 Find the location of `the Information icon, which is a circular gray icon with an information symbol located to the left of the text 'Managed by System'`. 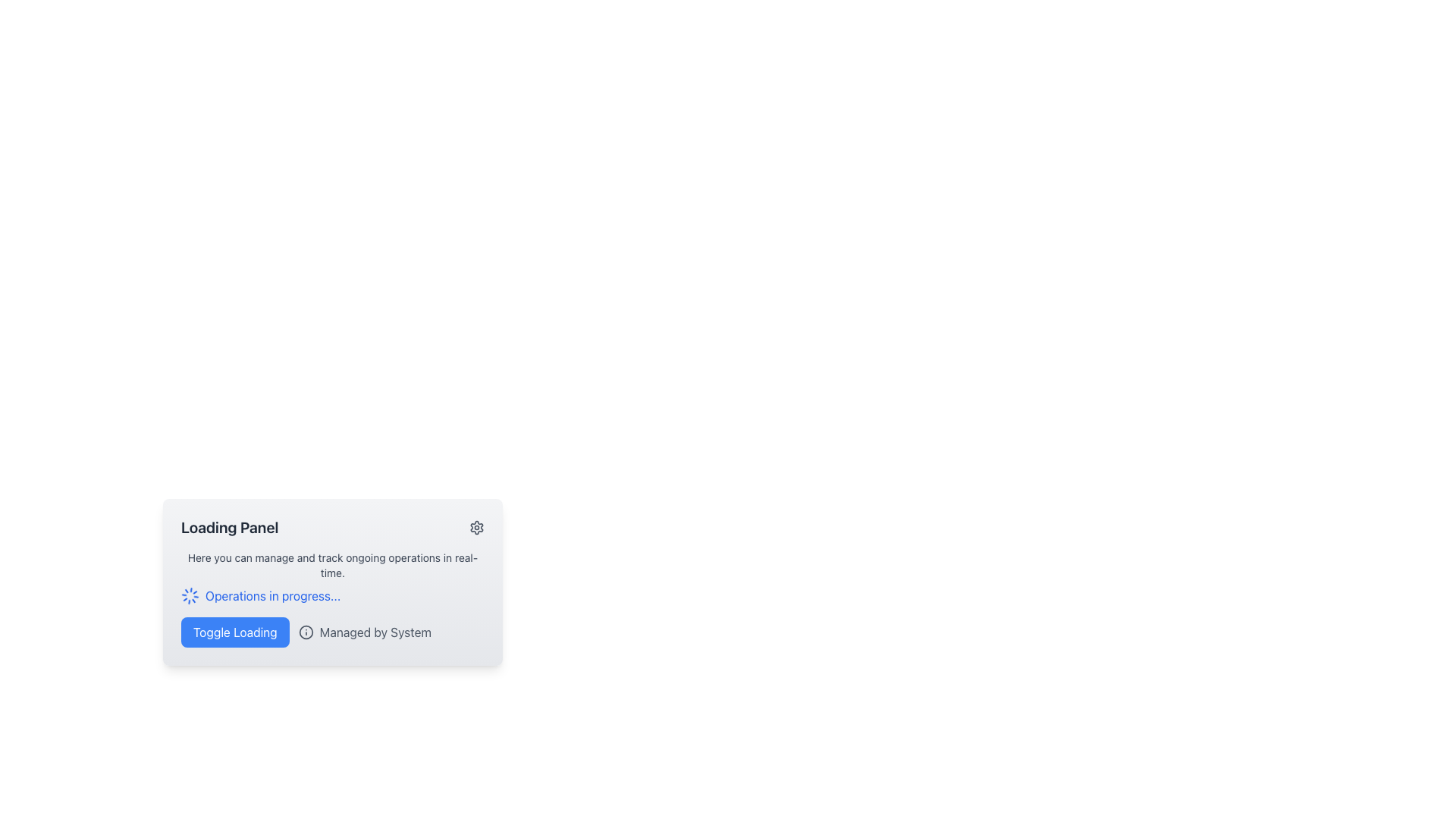

the Information icon, which is a circular gray icon with an information symbol located to the left of the text 'Managed by System' is located at coordinates (305, 632).